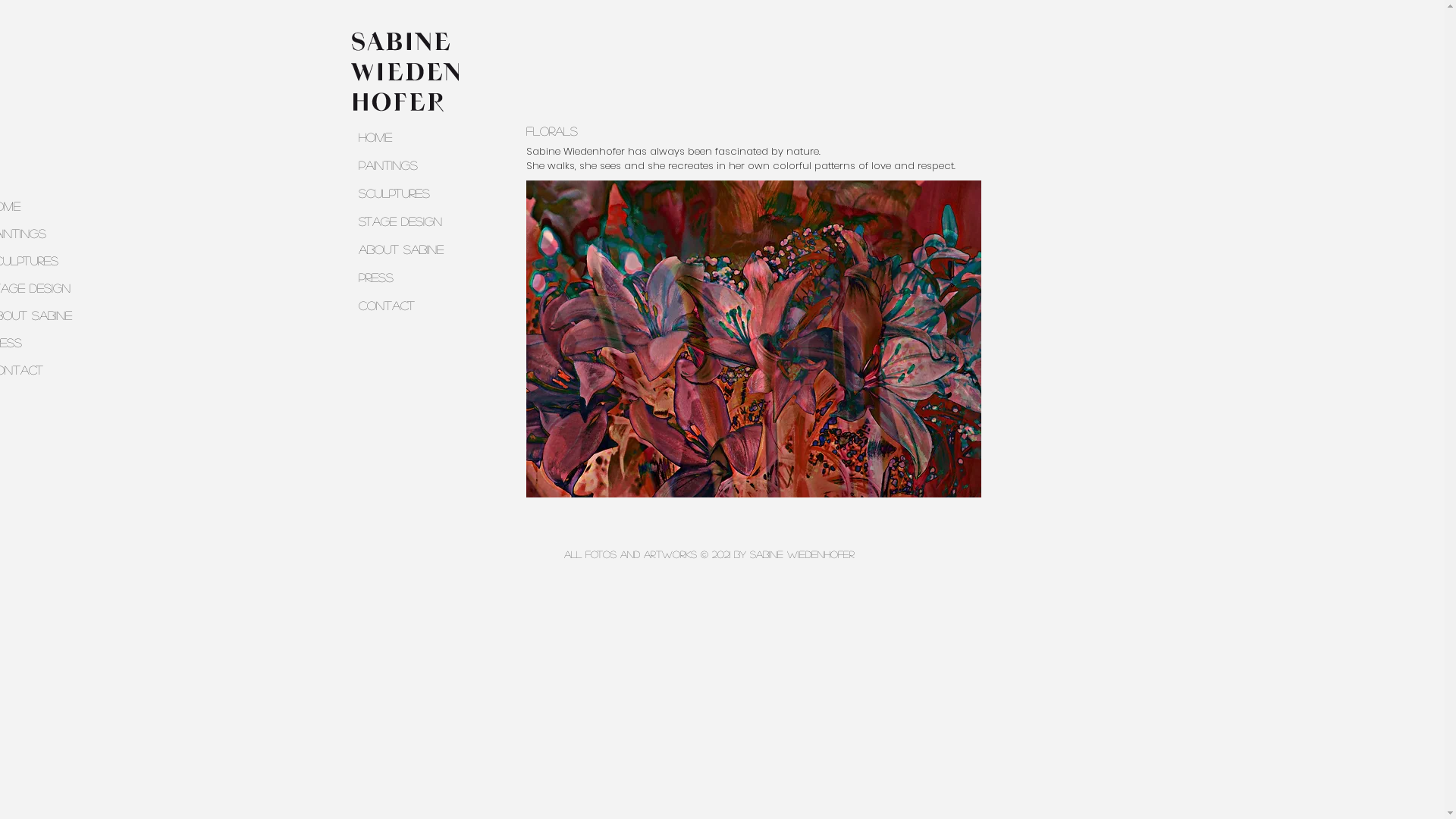  What do you see at coordinates (349, 277) in the screenshot?
I see `'Press'` at bounding box center [349, 277].